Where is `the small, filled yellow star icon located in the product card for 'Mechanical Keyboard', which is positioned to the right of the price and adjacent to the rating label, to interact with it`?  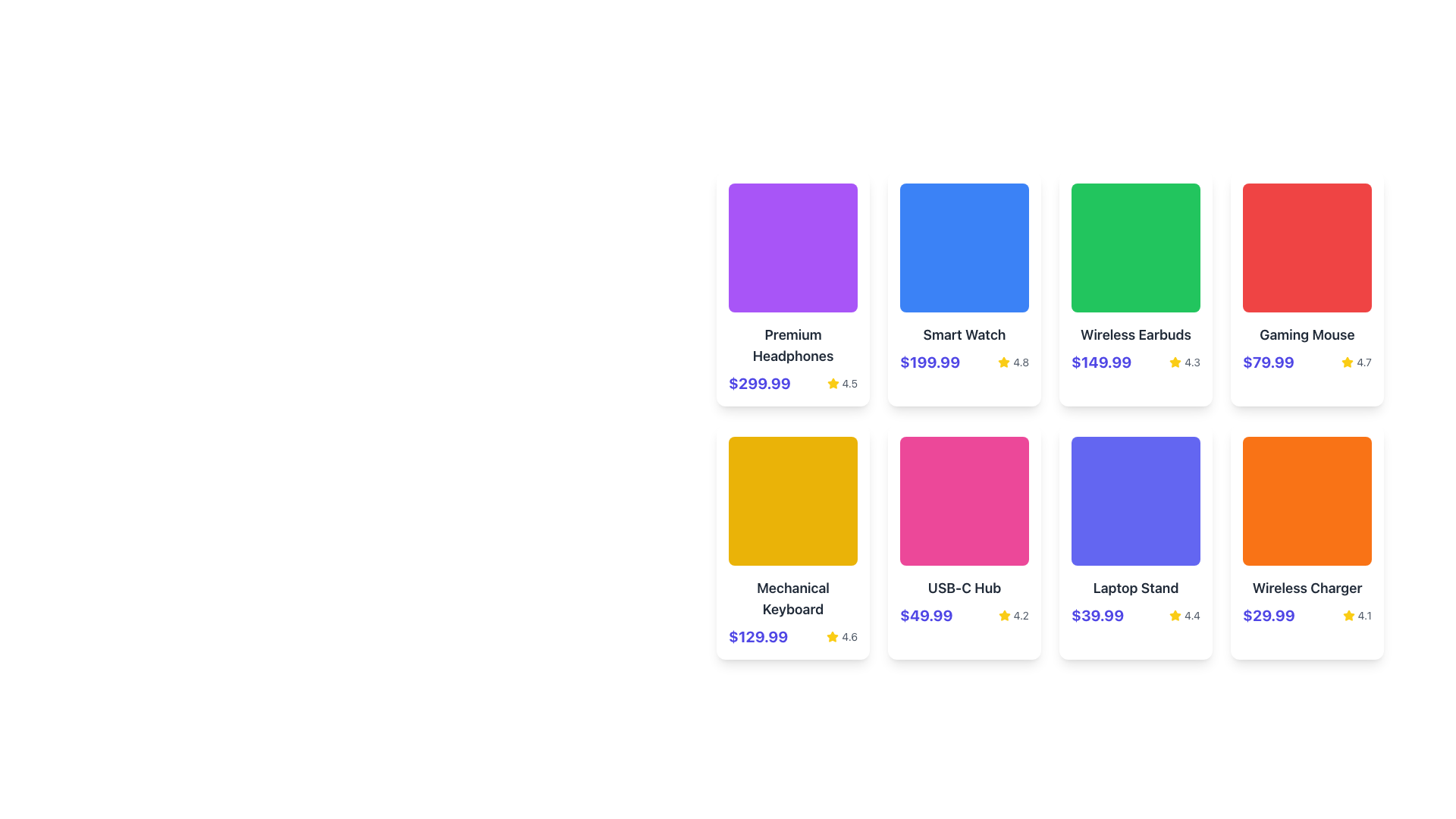
the small, filled yellow star icon located in the product card for 'Mechanical Keyboard', which is positioned to the right of the price and adjacent to the rating label, to interact with it is located at coordinates (832, 636).